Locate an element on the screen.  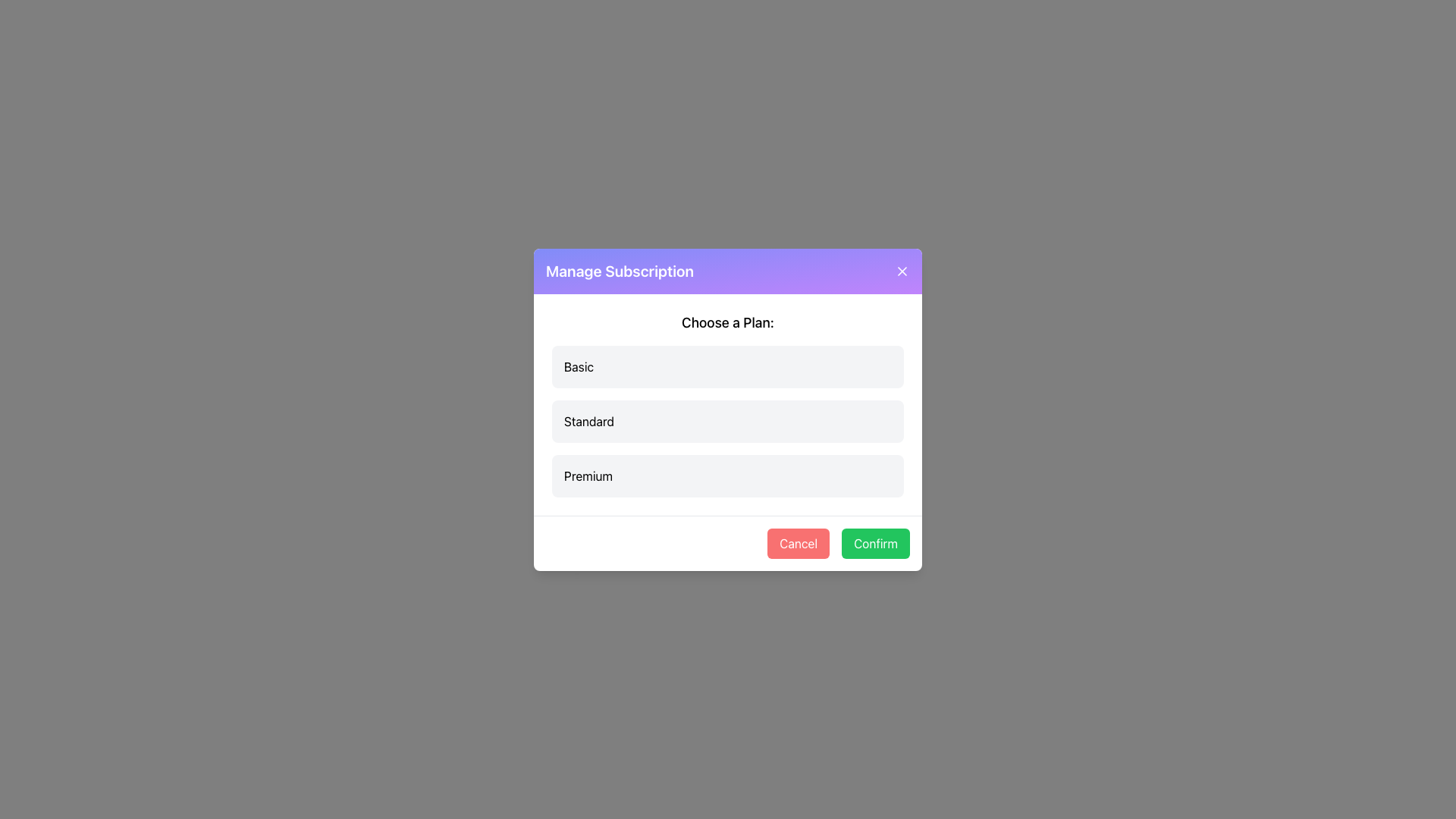
the 'Cancel' button located in the bottom-right section of the dialog box is located at coordinates (798, 542).